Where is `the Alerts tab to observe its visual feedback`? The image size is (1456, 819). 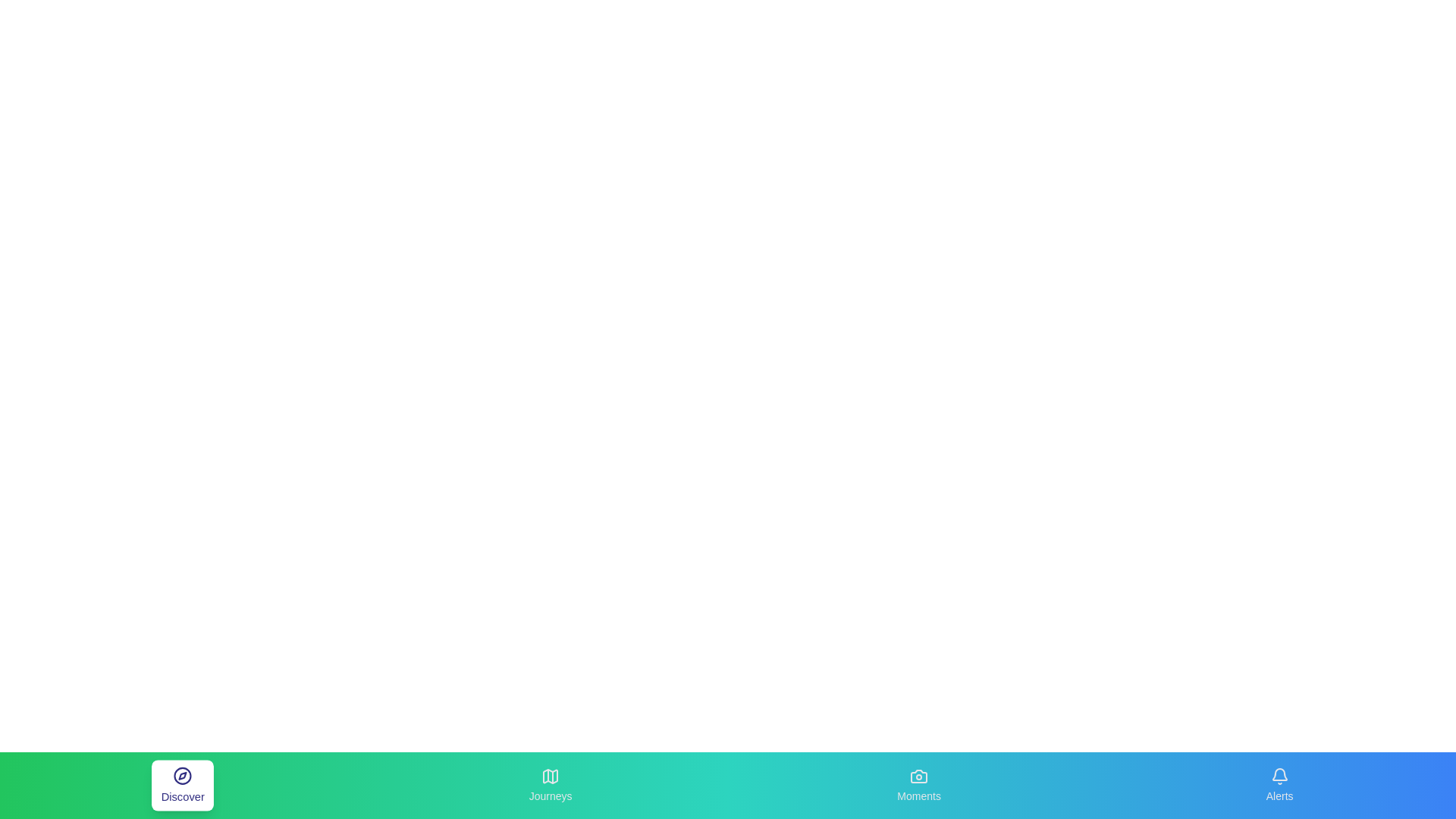 the Alerts tab to observe its visual feedback is located at coordinates (1279, 785).